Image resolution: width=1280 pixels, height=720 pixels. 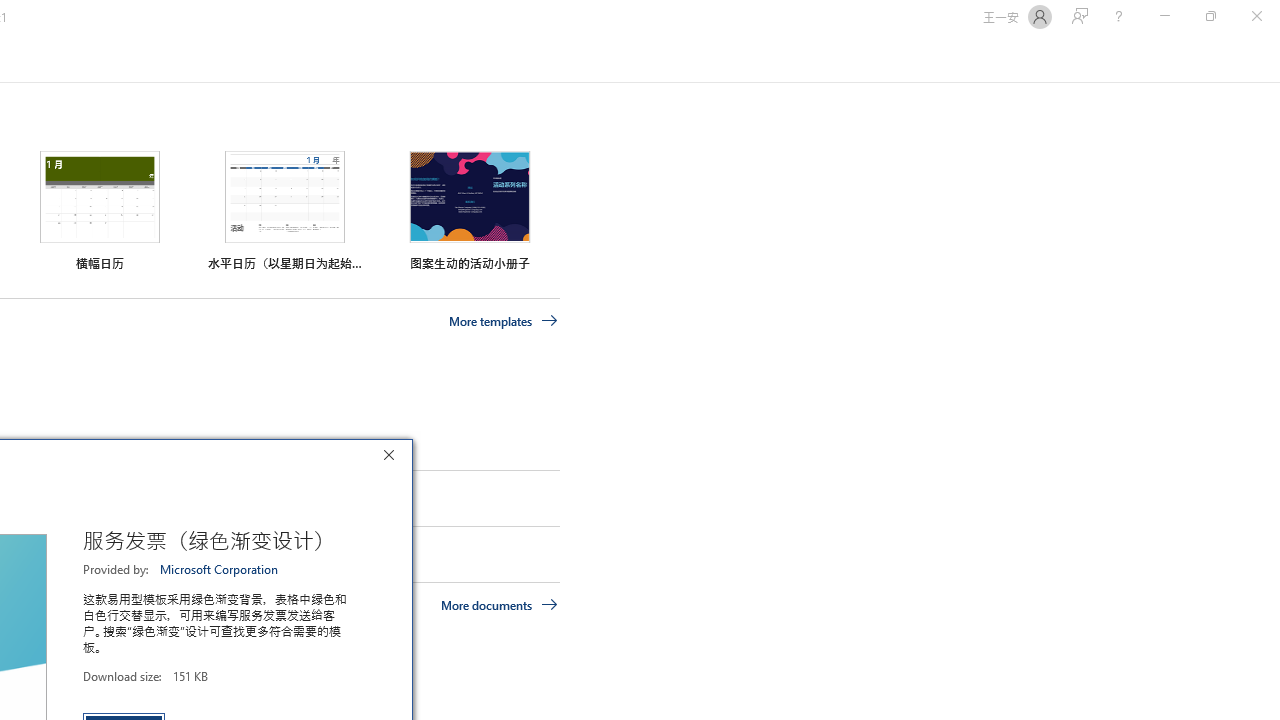 I want to click on 'Restore Down', so click(x=1209, y=16).